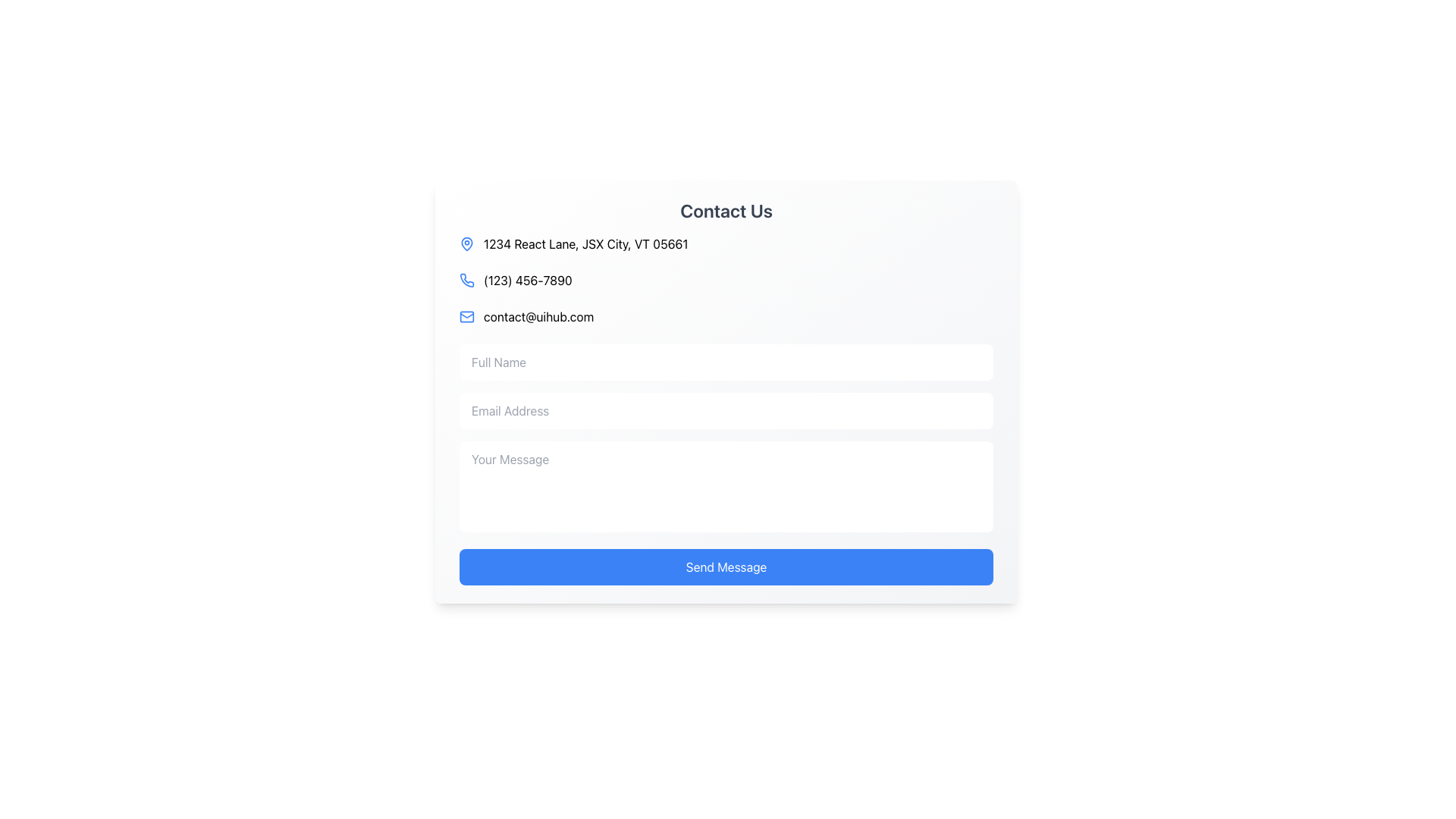  What do you see at coordinates (726, 315) in the screenshot?
I see `the third item in the contact information list that displays the email contact for the UI Hub service` at bounding box center [726, 315].